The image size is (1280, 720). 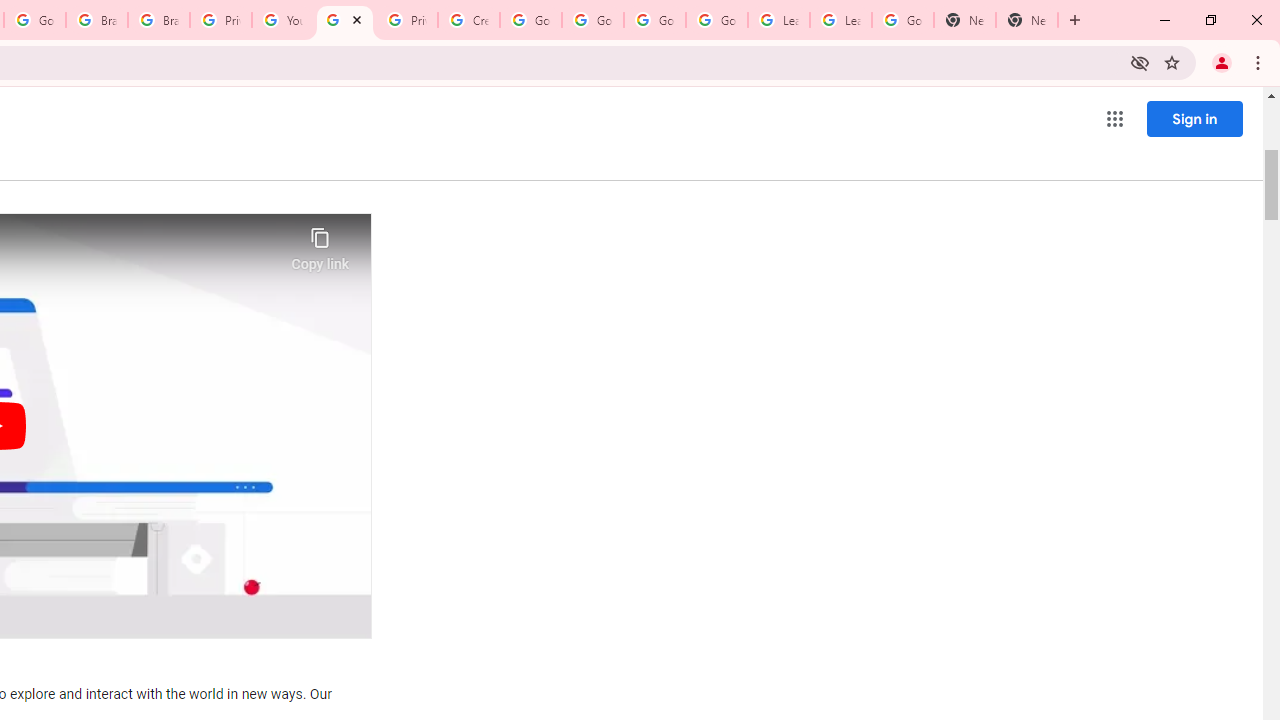 What do you see at coordinates (320, 243) in the screenshot?
I see `'Copy link'` at bounding box center [320, 243].